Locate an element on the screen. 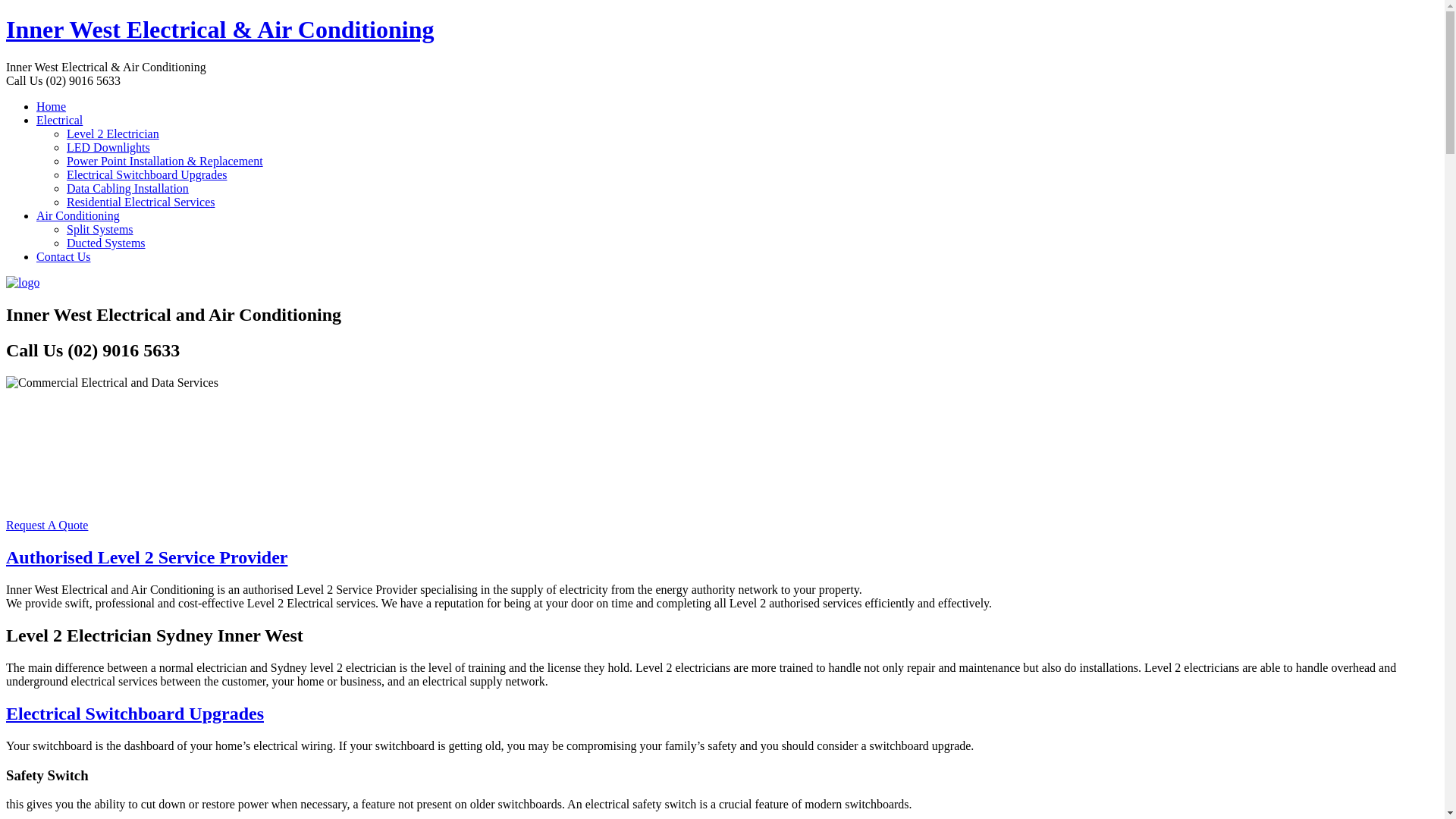 This screenshot has height=819, width=1456. 'Air Conditioning' is located at coordinates (77, 215).